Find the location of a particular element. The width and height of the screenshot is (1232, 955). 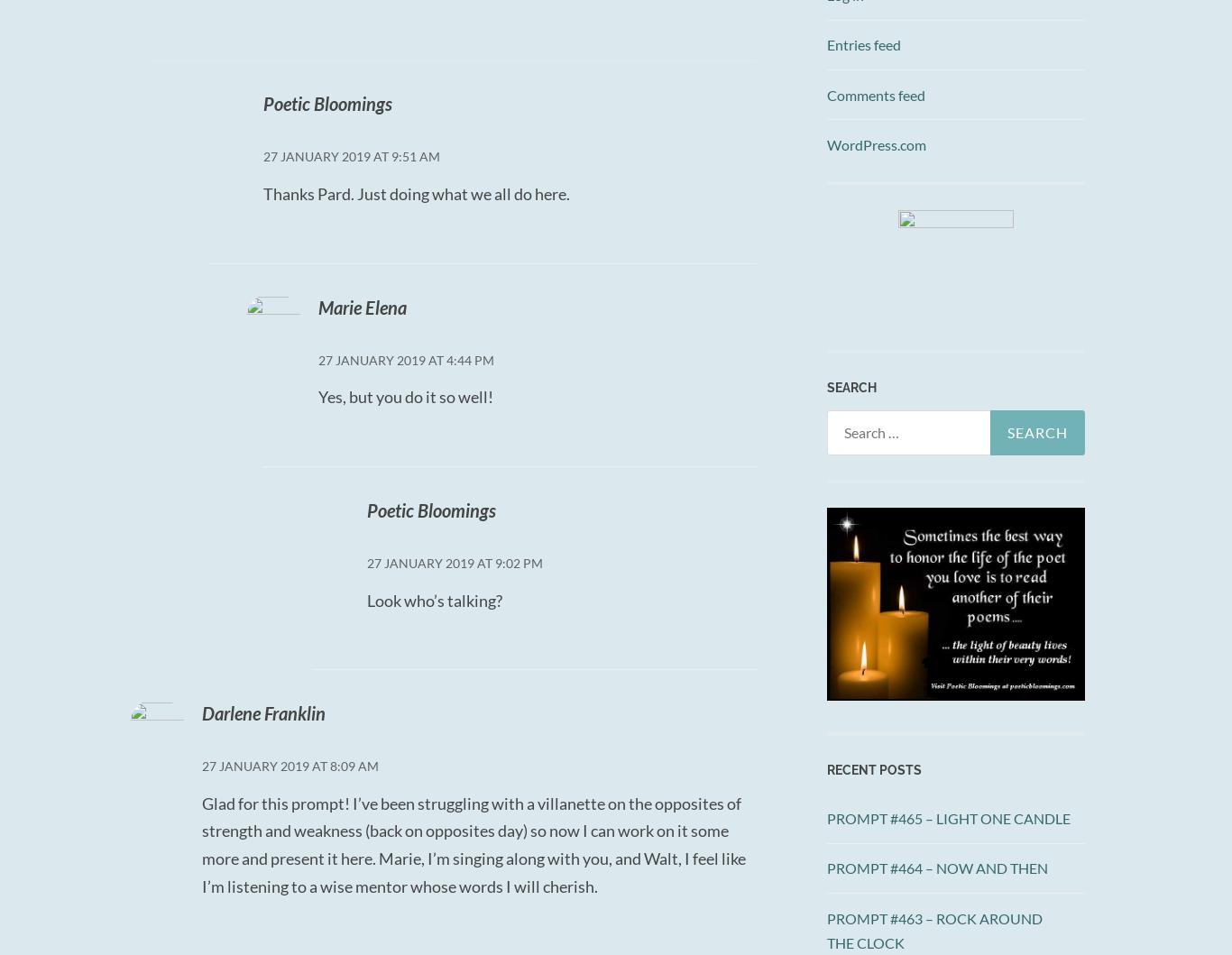

'Recent Posts' is located at coordinates (826, 769).